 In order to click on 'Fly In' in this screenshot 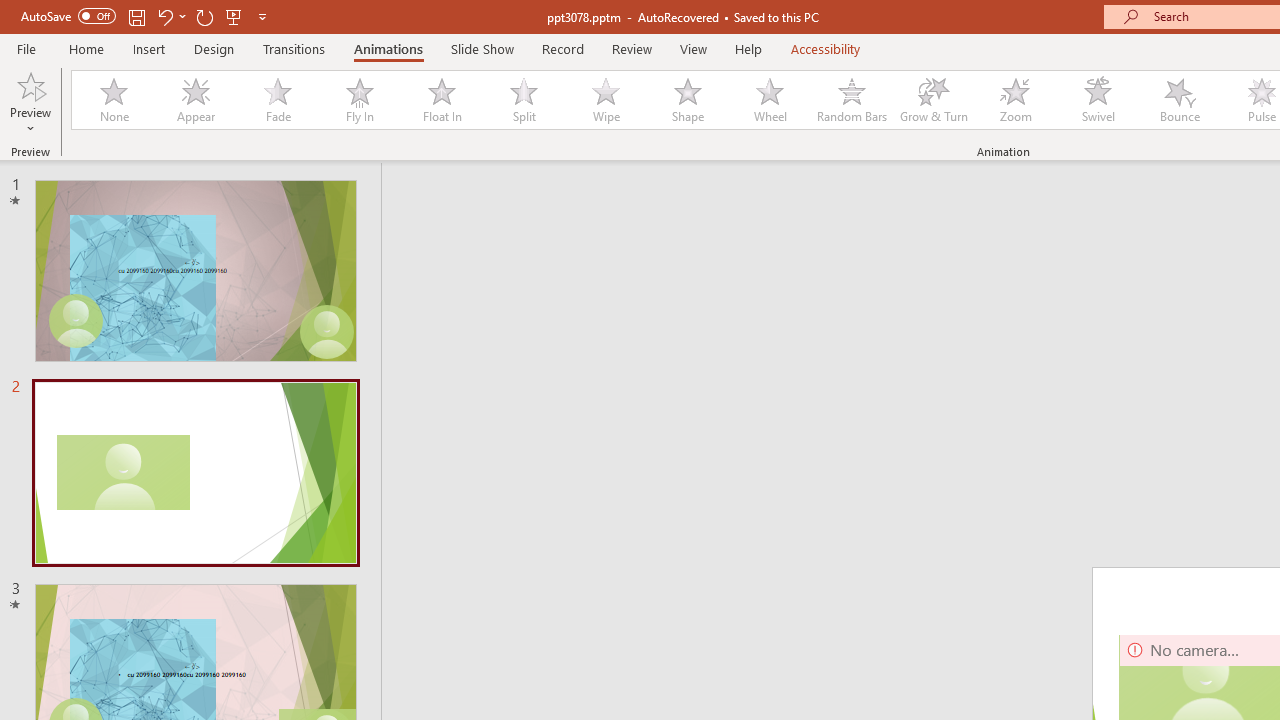, I will do `click(359, 100)`.